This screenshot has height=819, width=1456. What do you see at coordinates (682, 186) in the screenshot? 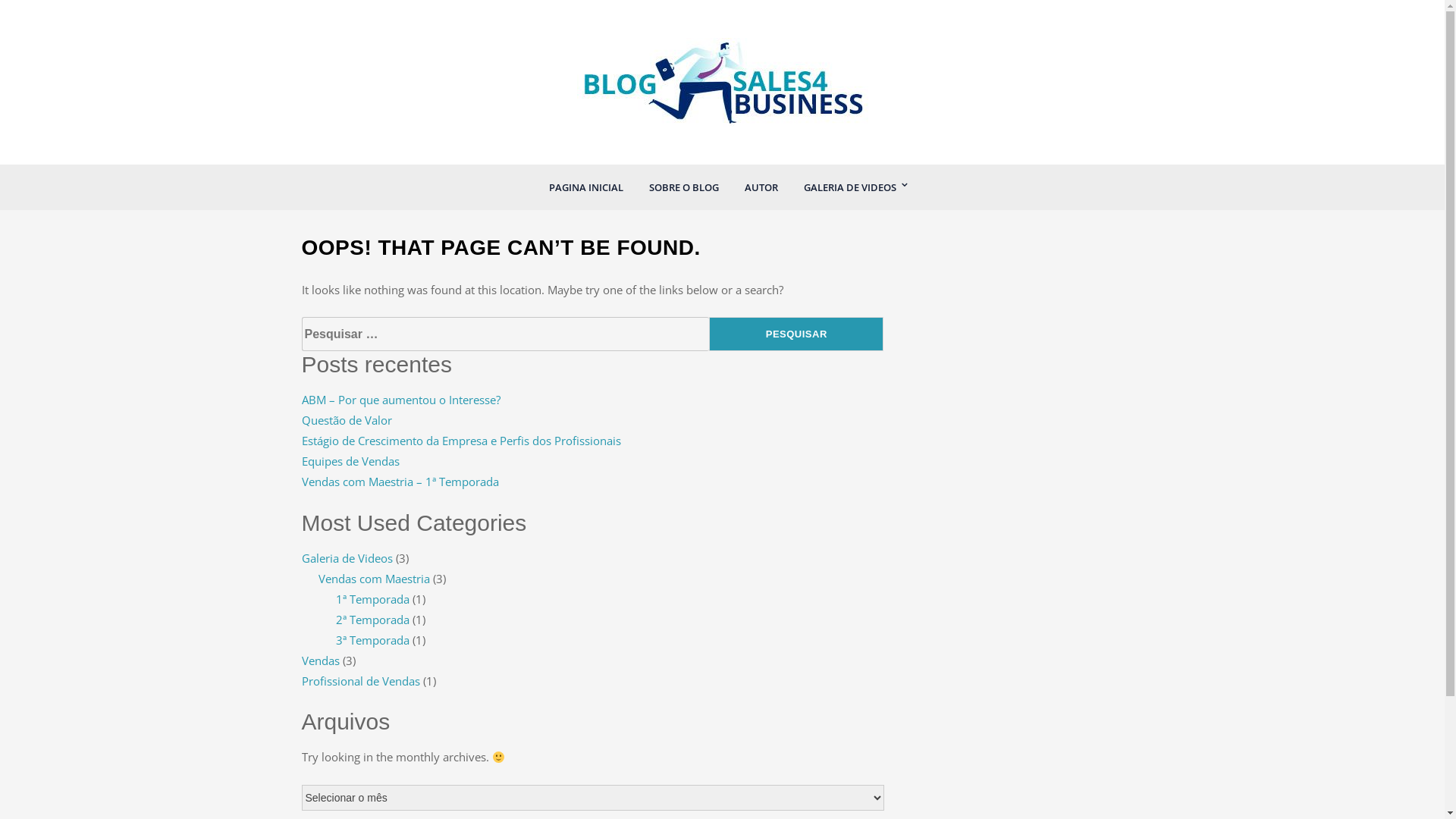
I see `'SOBRE O BLOG'` at bounding box center [682, 186].